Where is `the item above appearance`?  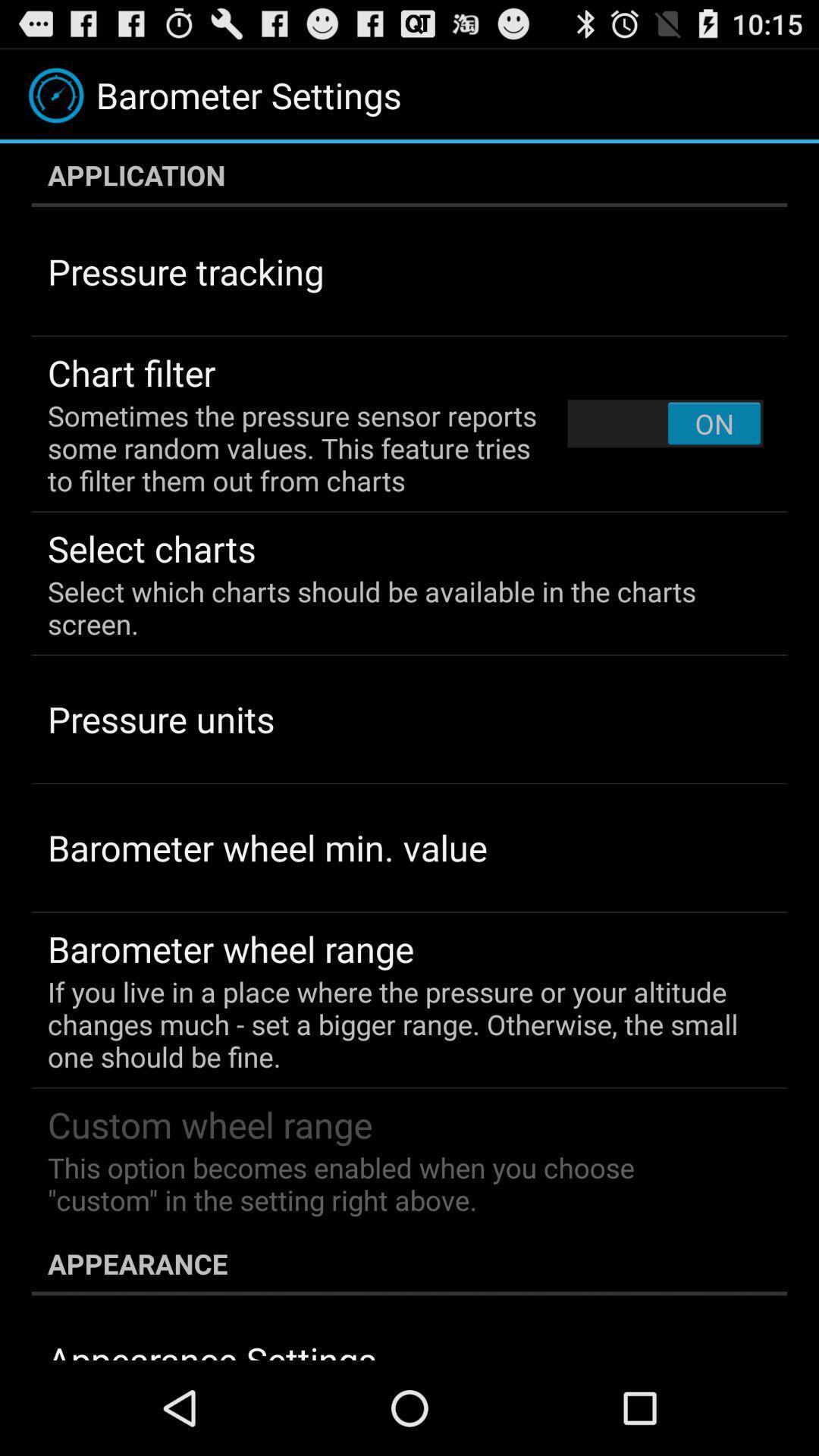 the item above appearance is located at coordinates (398, 1183).